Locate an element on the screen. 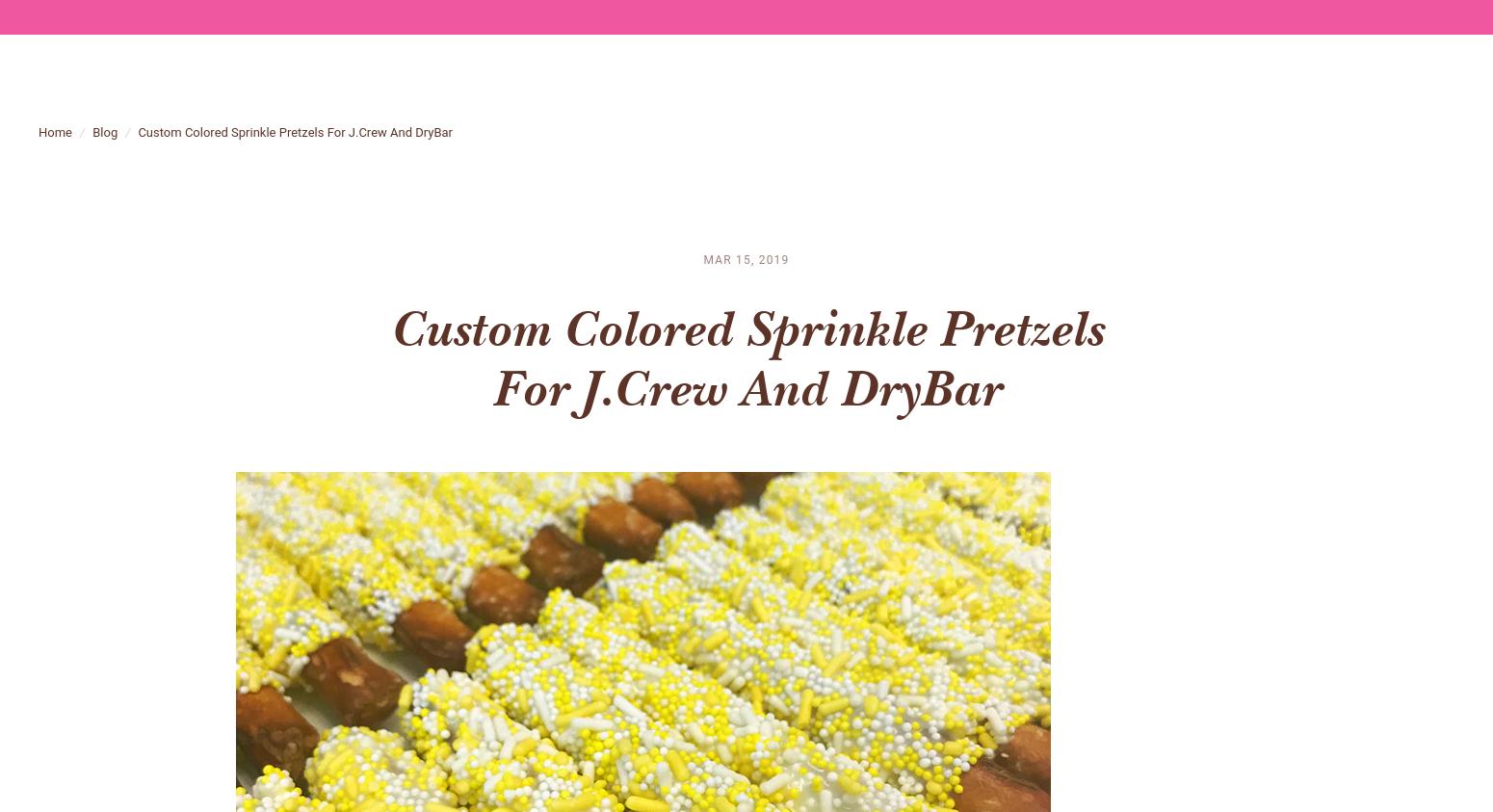 The image size is (1493, 812). 'celebrations + special occasions' is located at coordinates (1121, 92).